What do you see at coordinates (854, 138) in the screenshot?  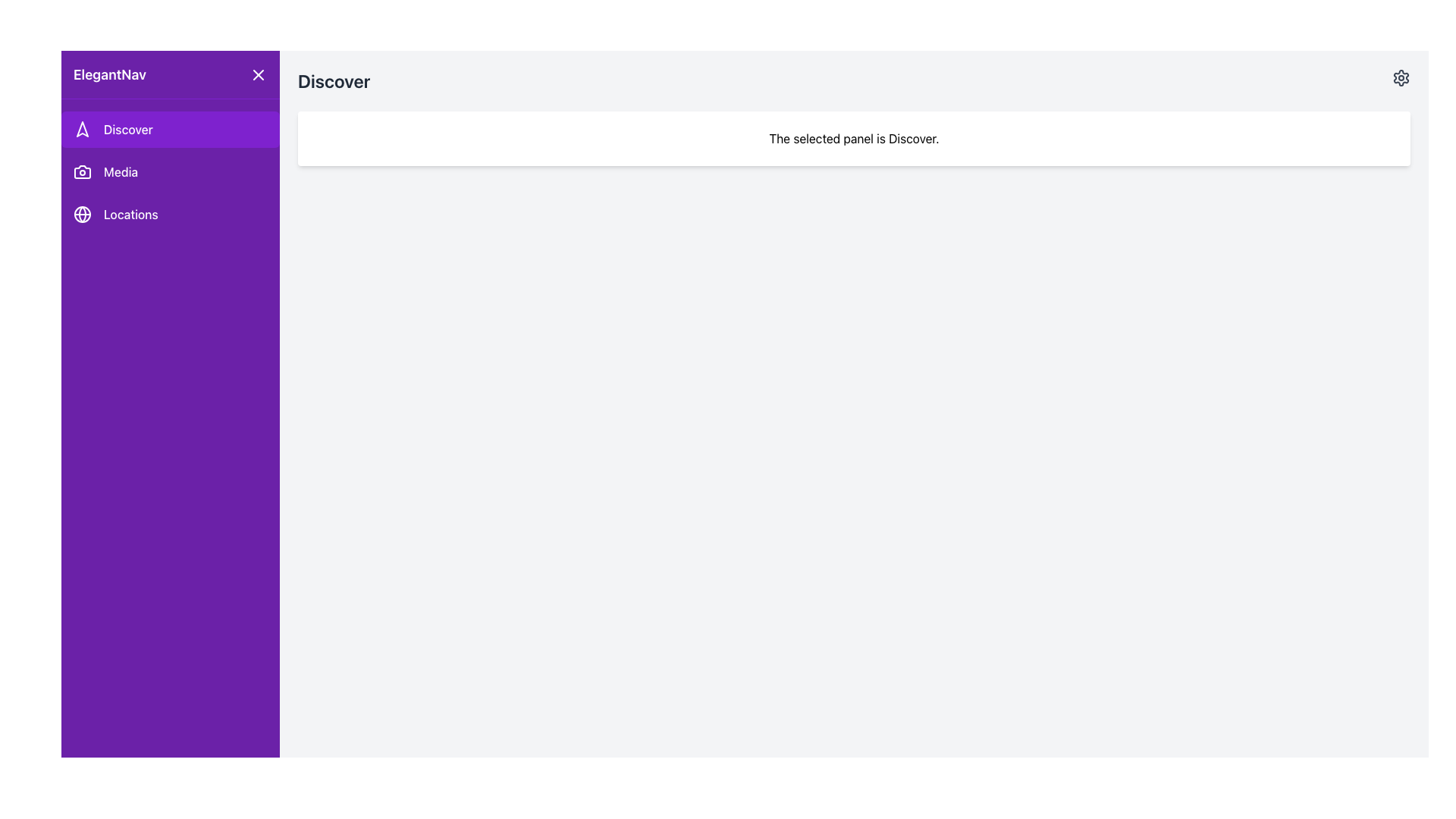 I see `status message displayed in the white card-like section below the 'Discover' header, indicating the current active panel or section` at bounding box center [854, 138].